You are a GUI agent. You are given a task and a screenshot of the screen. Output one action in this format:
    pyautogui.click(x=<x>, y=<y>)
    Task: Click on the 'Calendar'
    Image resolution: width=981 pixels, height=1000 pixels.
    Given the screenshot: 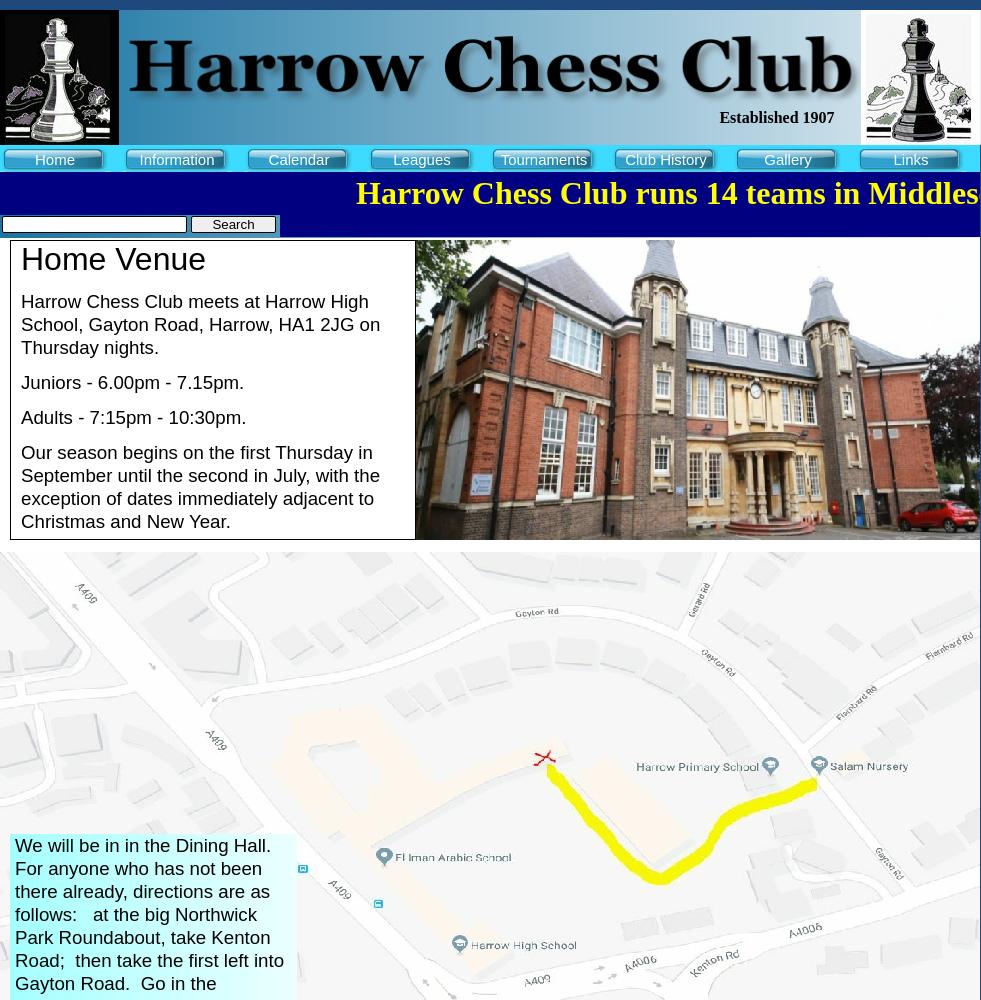 What is the action you would take?
    pyautogui.click(x=267, y=159)
    